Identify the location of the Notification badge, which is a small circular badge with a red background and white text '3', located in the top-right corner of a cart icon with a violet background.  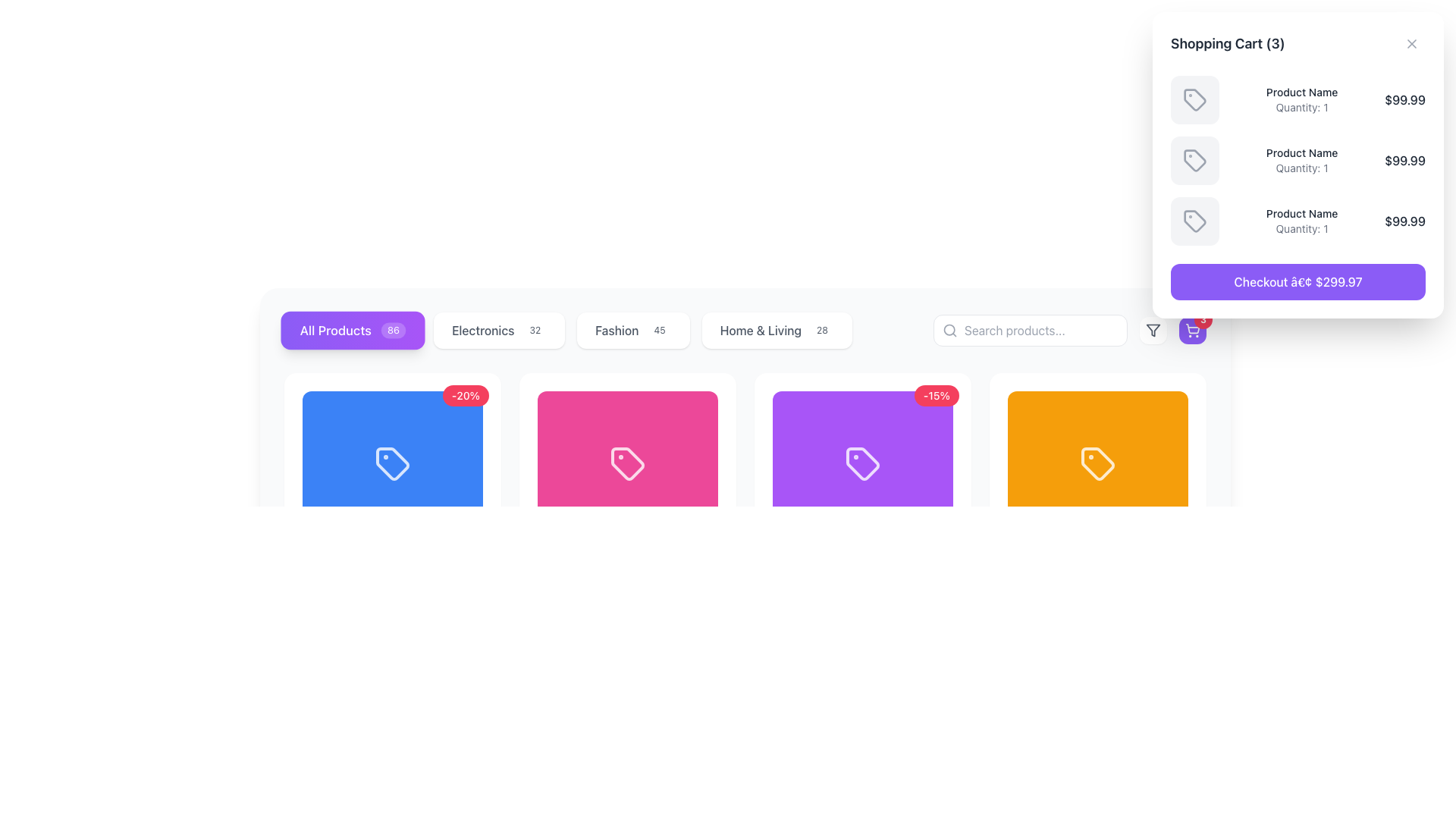
(1203, 318).